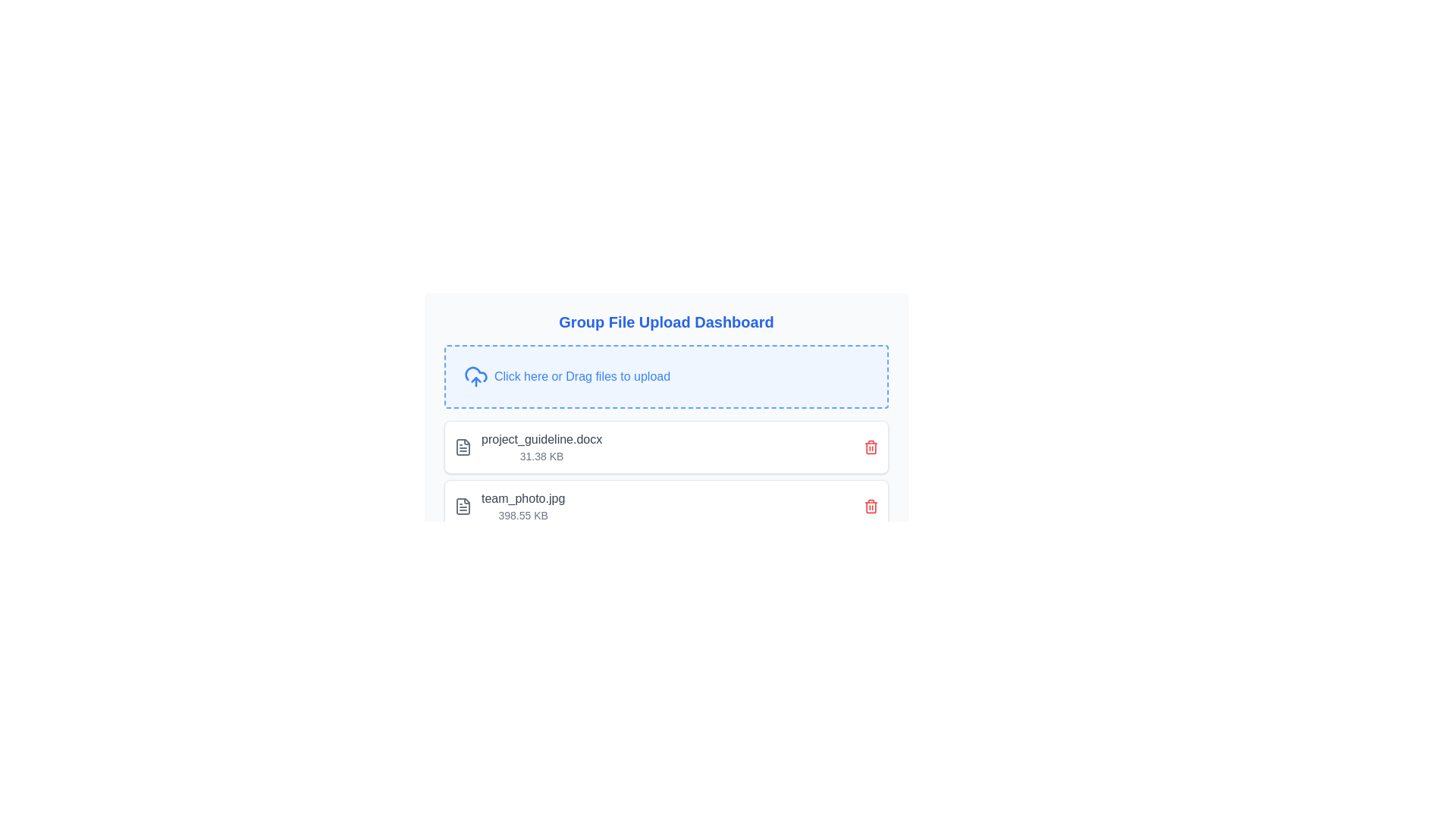 This screenshot has width=1456, height=819. Describe the element at coordinates (666, 506) in the screenshot. I see `the second file entry in the dashboard interface, which displays the uploaded file details and interaction options` at that location.